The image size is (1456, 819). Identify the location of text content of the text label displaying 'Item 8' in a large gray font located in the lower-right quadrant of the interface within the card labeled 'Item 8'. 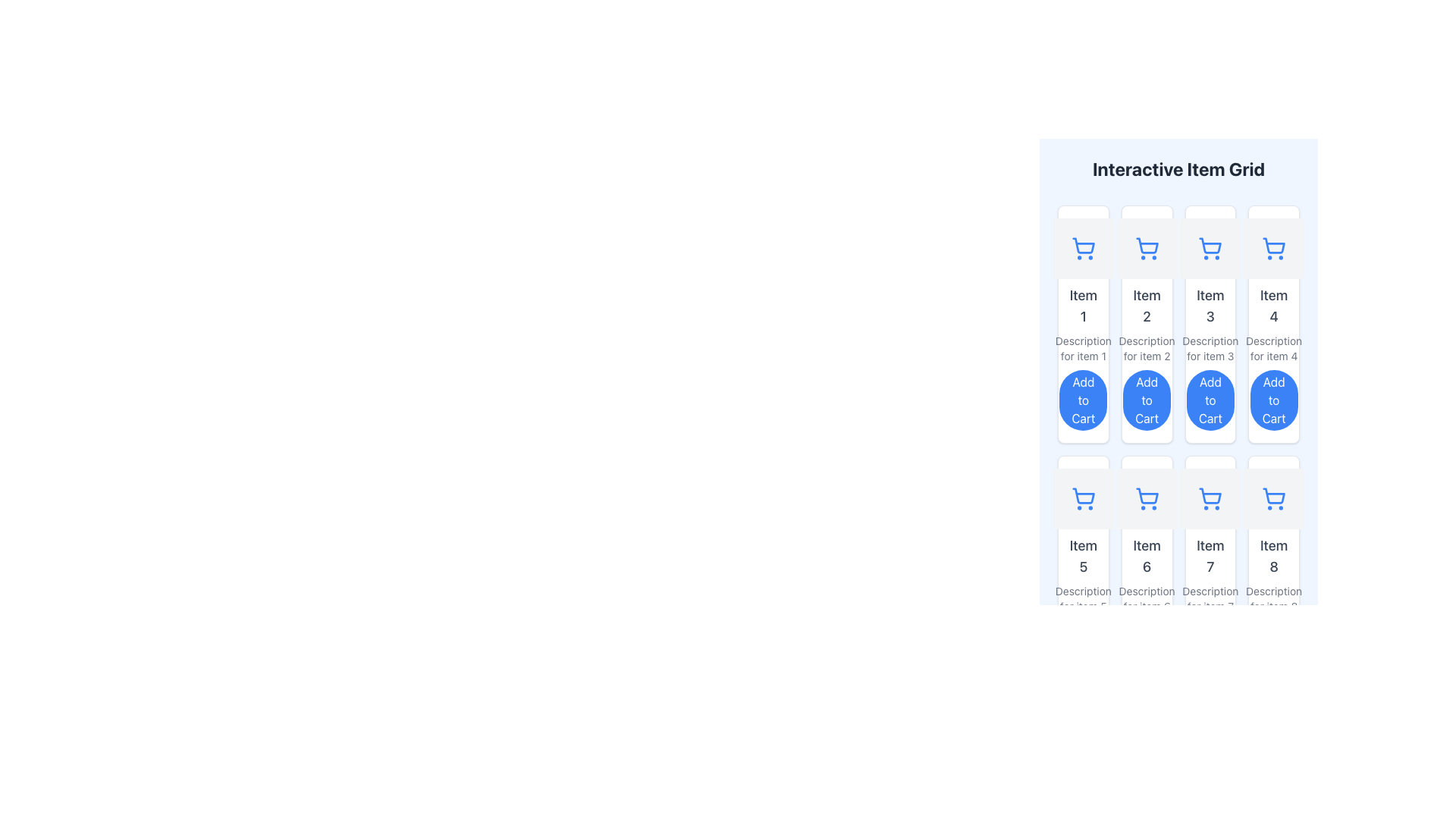
(1274, 556).